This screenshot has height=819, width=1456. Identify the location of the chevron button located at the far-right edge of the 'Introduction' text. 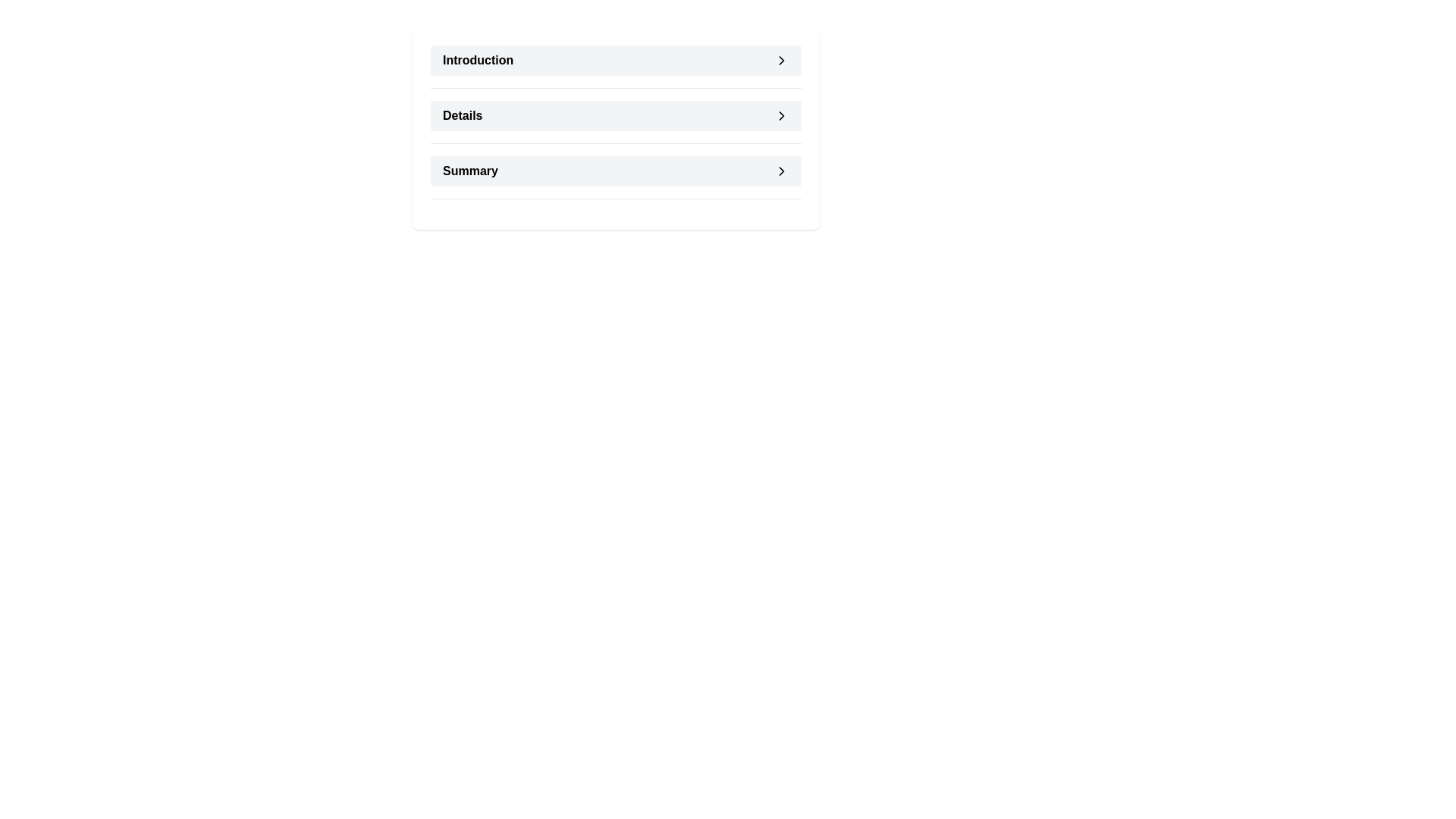
(782, 60).